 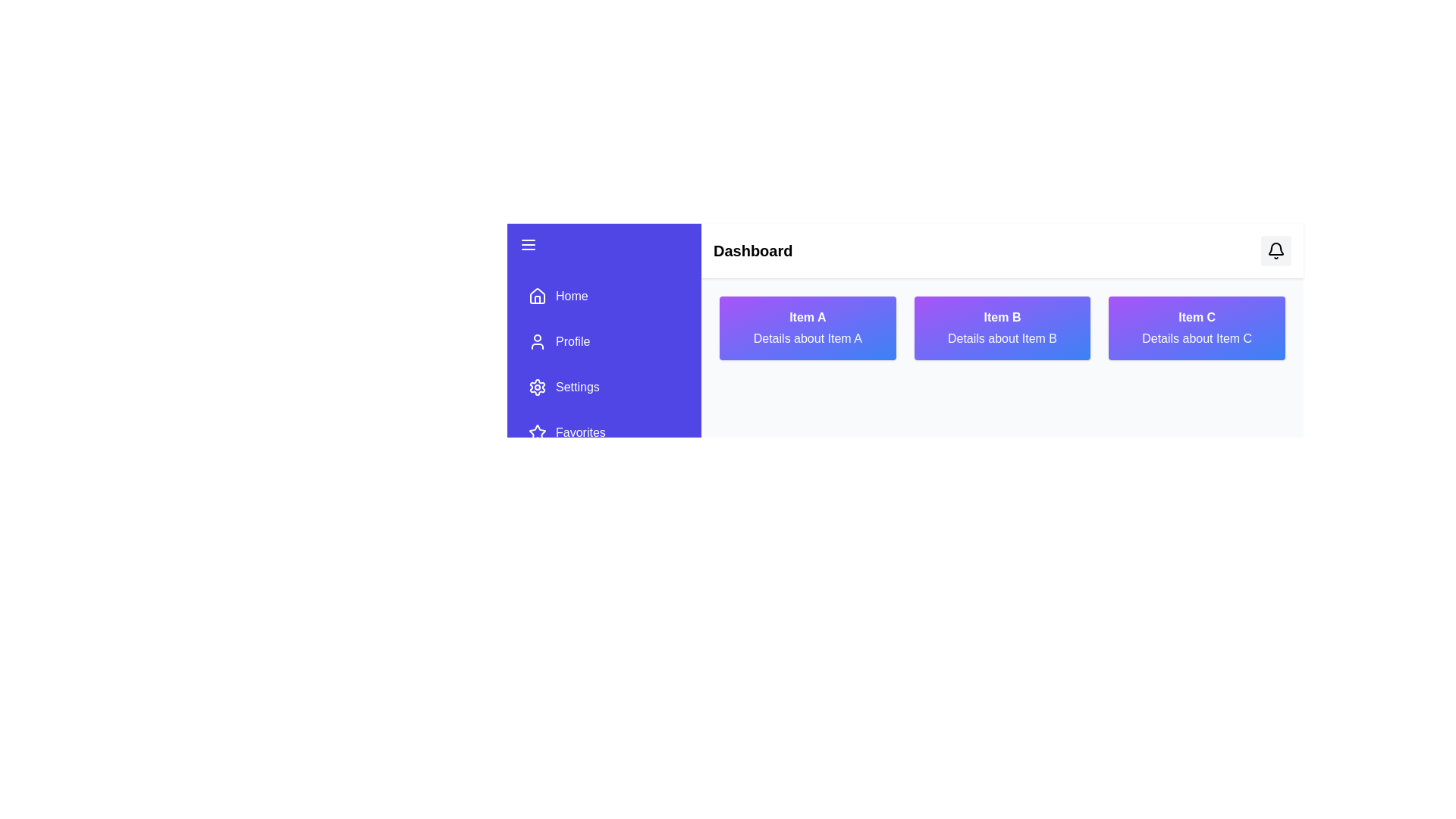 What do you see at coordinates (538, 432) in the screenshot?
I see `star-shaped outlined icon located to the left of the 'Favorites' text in the navigation menu area, to determine its interactivity` at bounding box center [538, 432].